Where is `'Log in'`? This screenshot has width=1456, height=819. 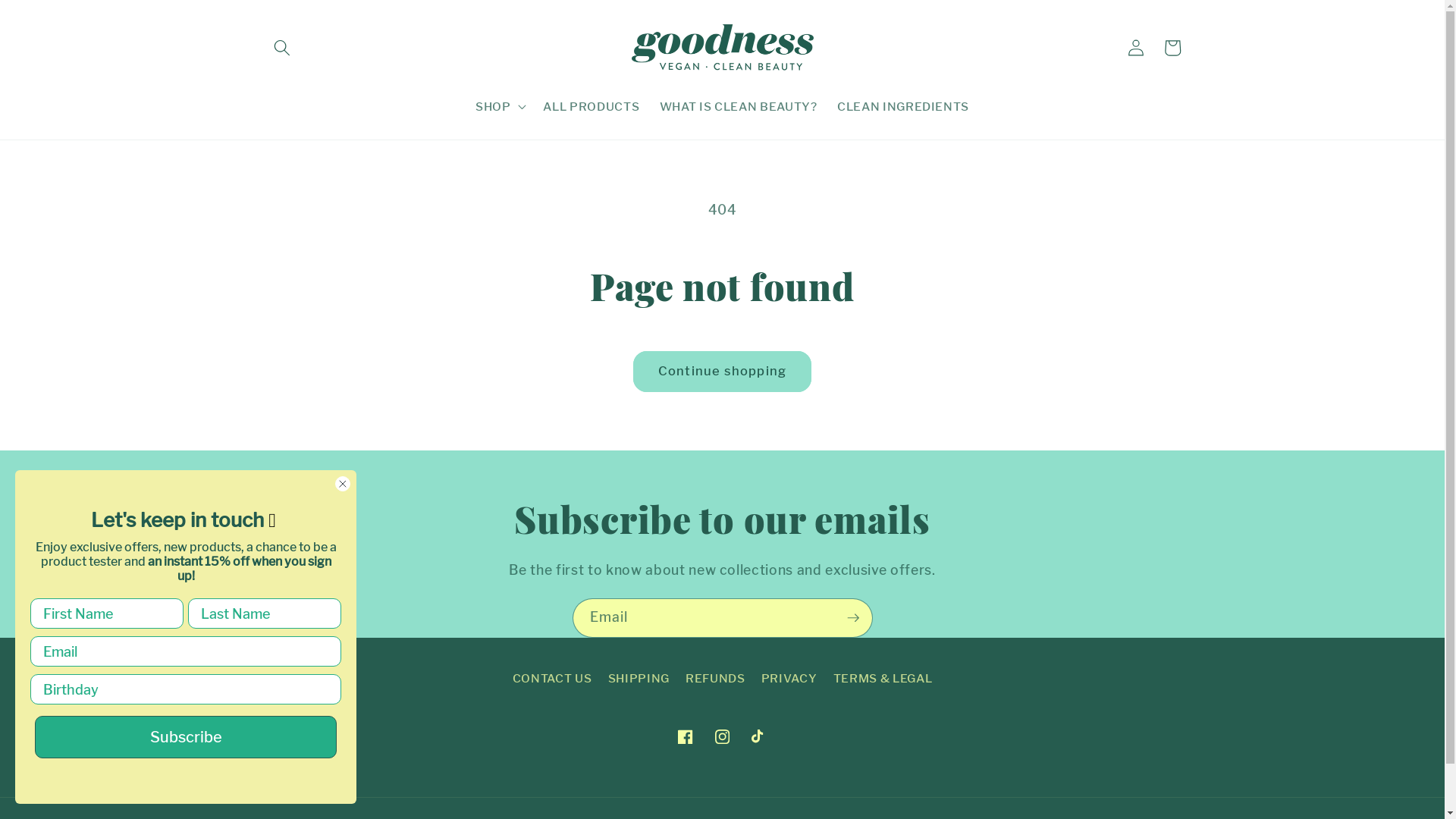 'Log in' is located at coordinates (1135, 46).